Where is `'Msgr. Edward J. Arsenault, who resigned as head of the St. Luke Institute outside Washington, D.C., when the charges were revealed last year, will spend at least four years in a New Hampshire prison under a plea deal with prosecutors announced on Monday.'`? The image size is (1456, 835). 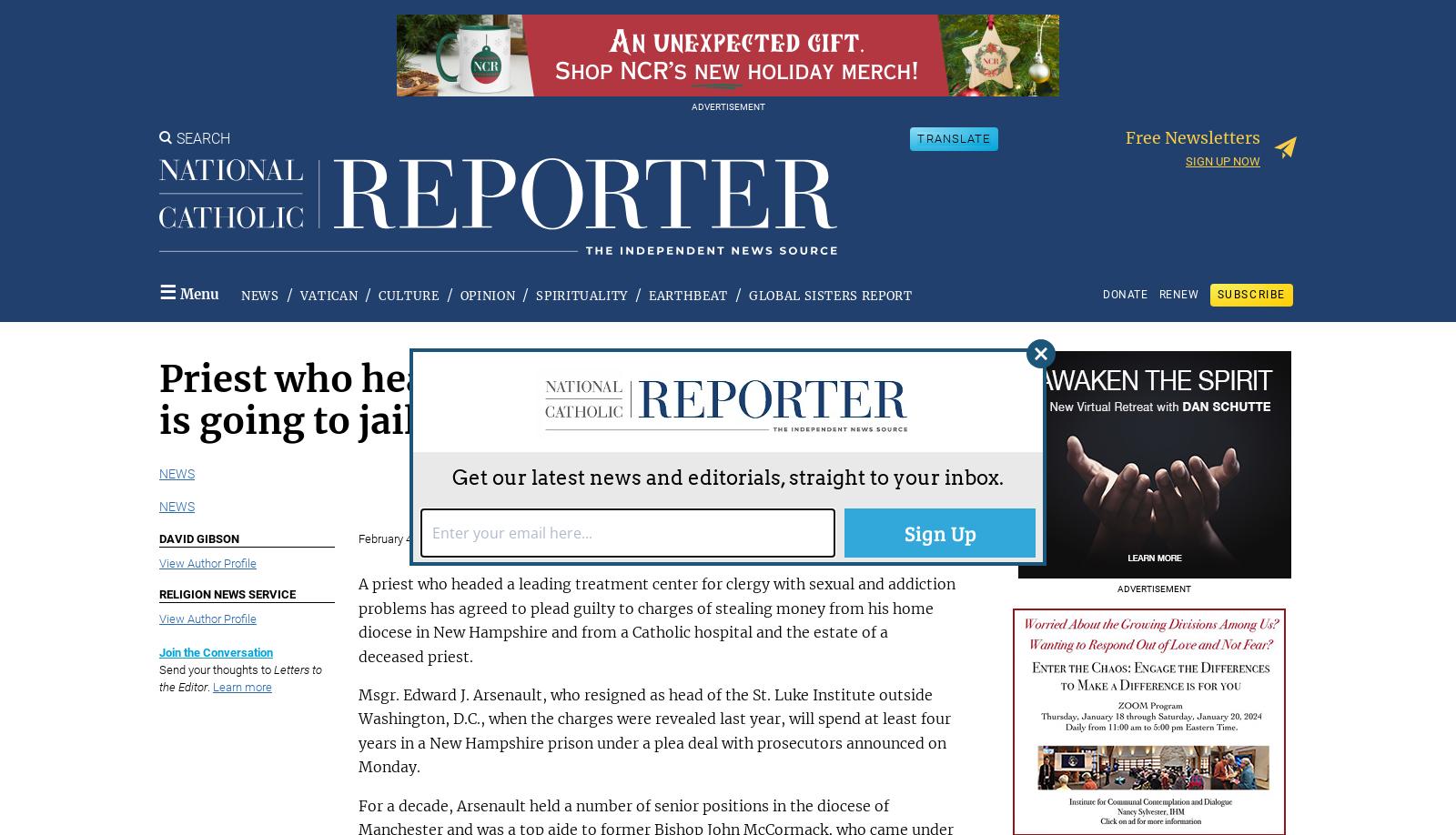
'Msgr. Edward J. Arsenault, who resigned as head of the St. Luke Institute outside Washington, D.C., when the charges were revealed last year, will spend at least four years in a New Hampshire prison under a plea deal with prosecutors announced on Monday.' is located at coordinates (357, 729).